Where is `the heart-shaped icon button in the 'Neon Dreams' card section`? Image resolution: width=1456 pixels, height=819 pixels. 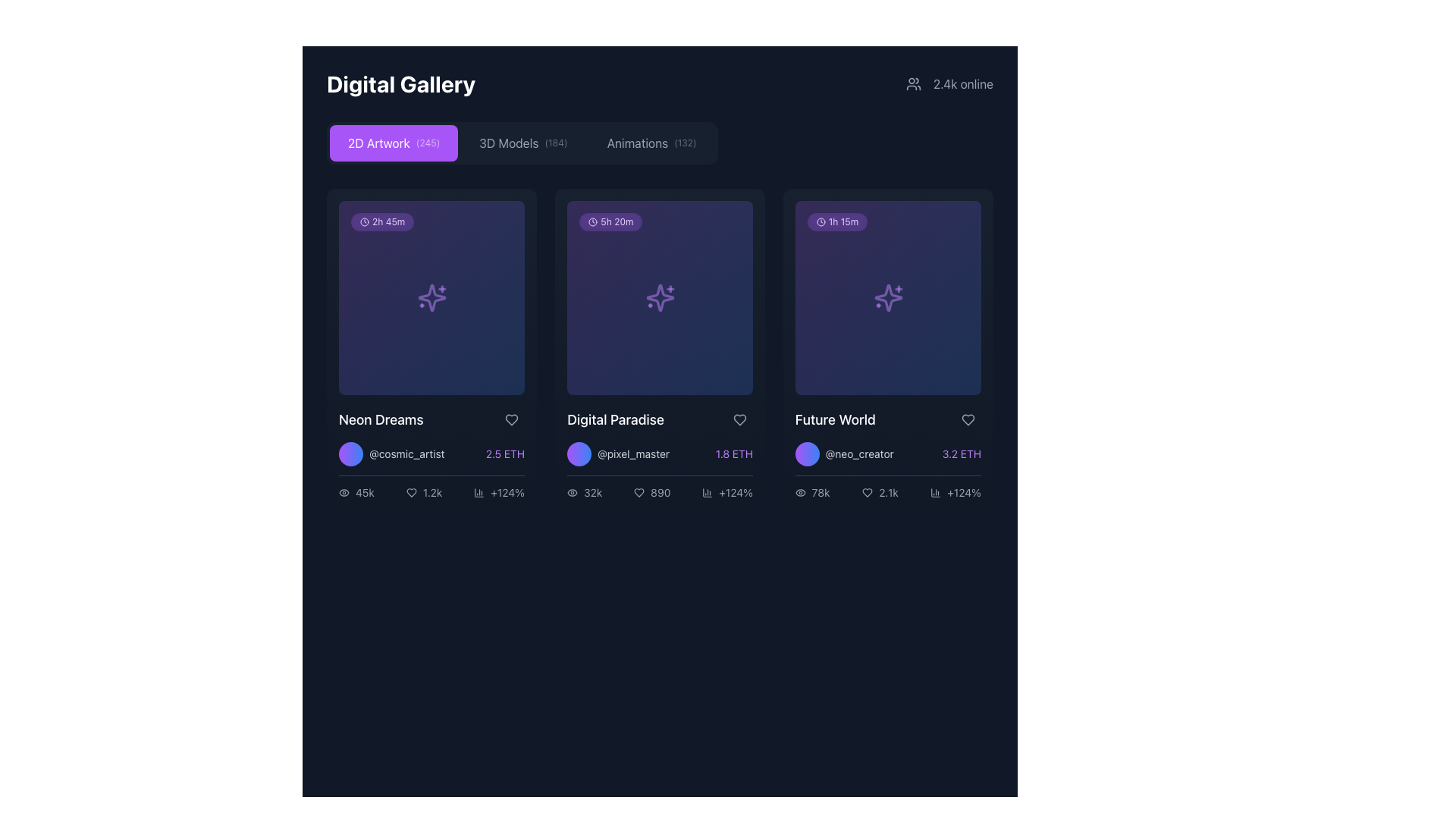
the heart-shaped icon button in the 'Neon Dreams' card section is located at coordinates (512, 420).